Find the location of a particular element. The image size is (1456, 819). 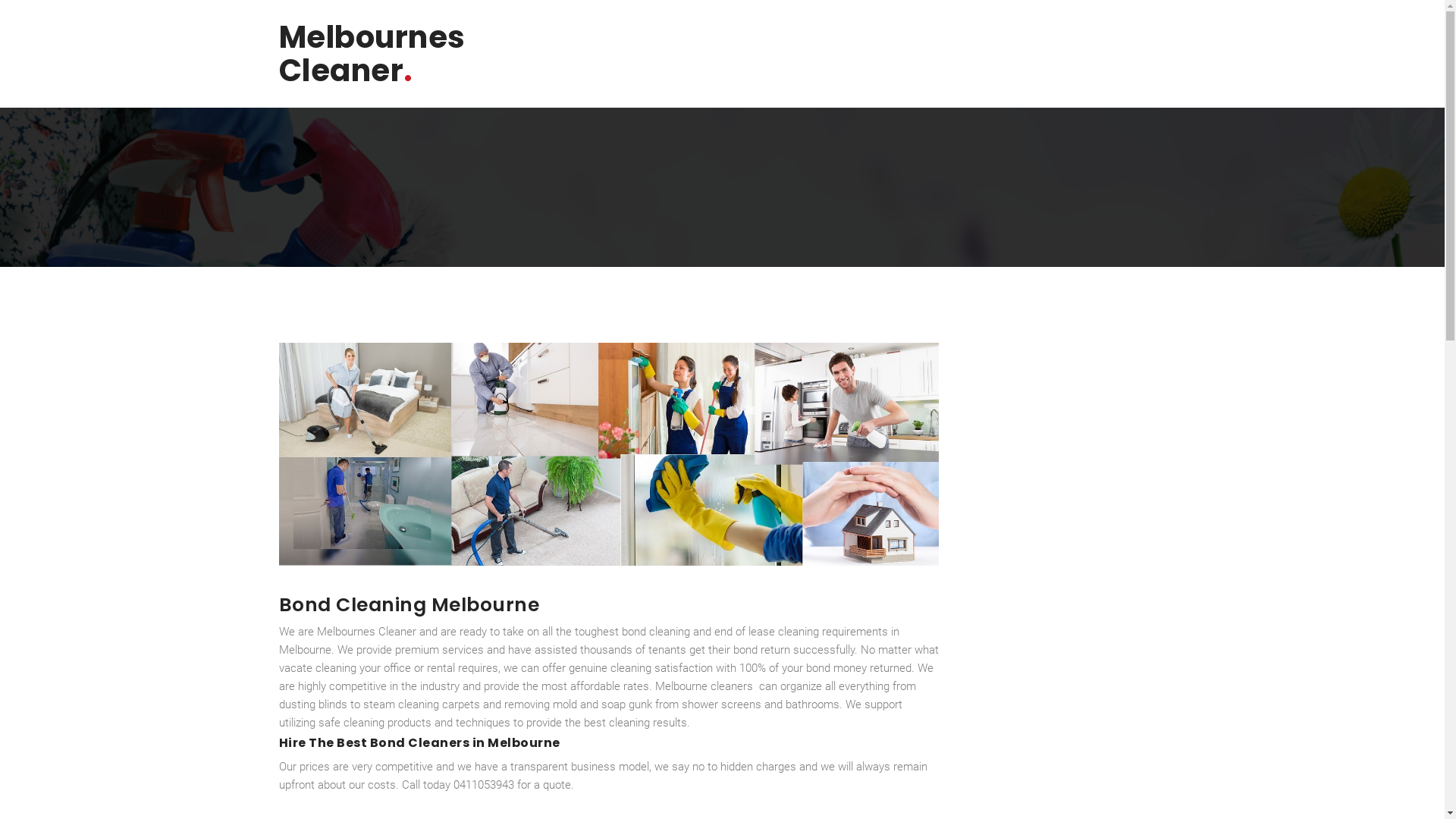

'Melbournes Cleaner.' is located at coordinates (372, 52).